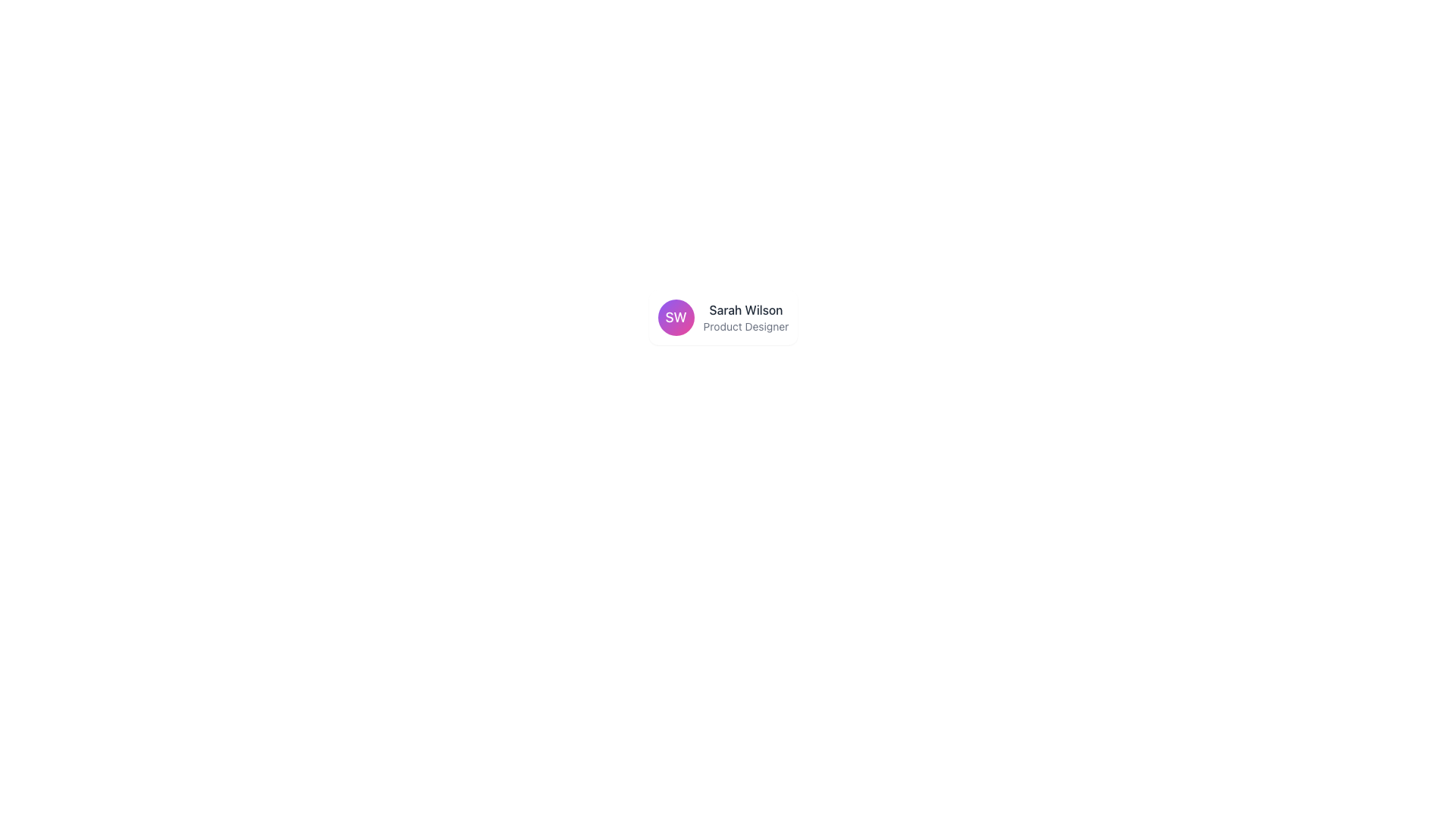 This screenshot has width=1456, height=819. I want to click on the static text label displaying 'Sarah Wilson', which is the first line of text in a minimalist profile section, so click(745, 309).